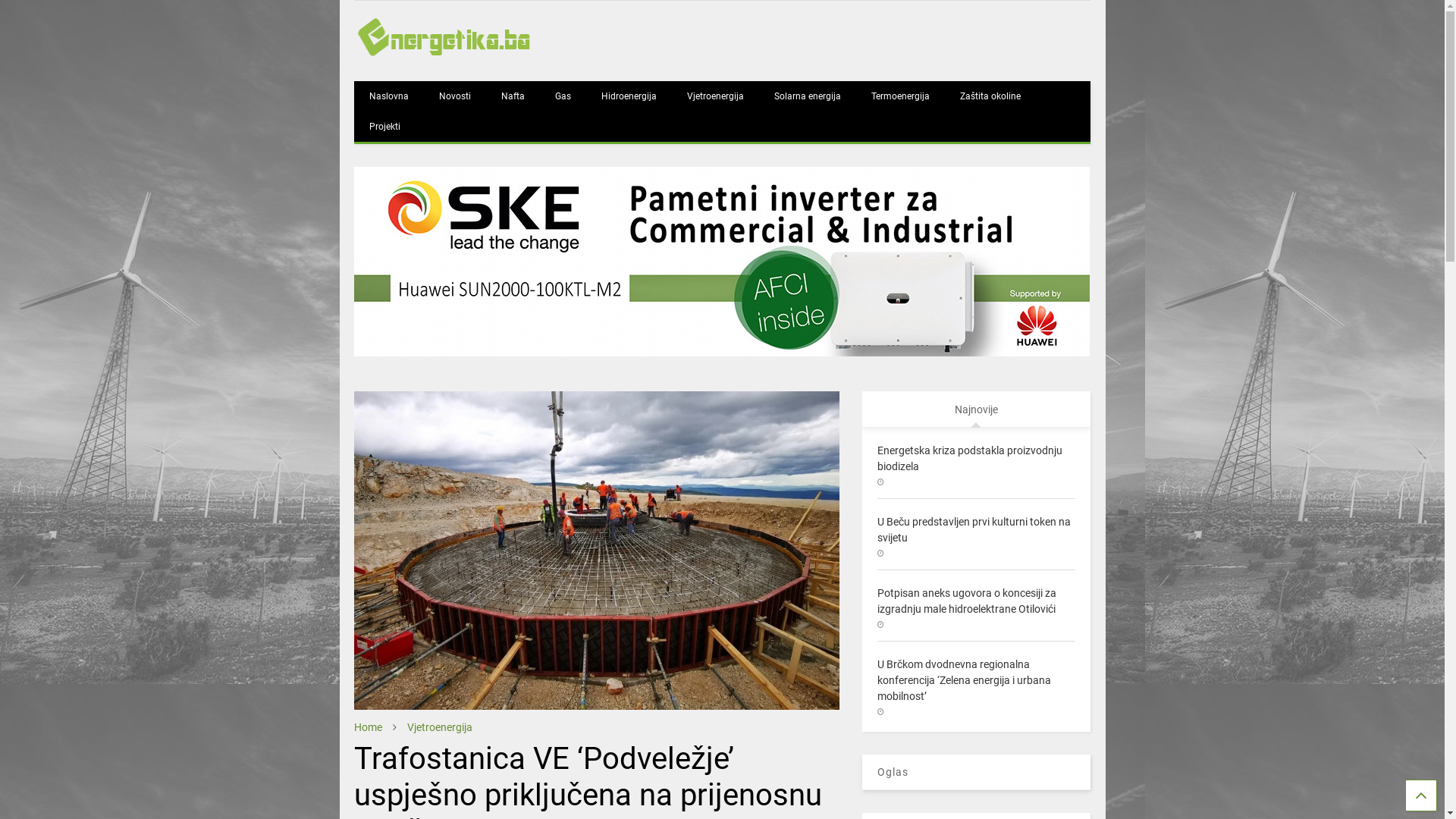  What do you see at coordinates (513, 96) in the screenshot?
I see `'Nafta'` at bounding box center [513, 96].